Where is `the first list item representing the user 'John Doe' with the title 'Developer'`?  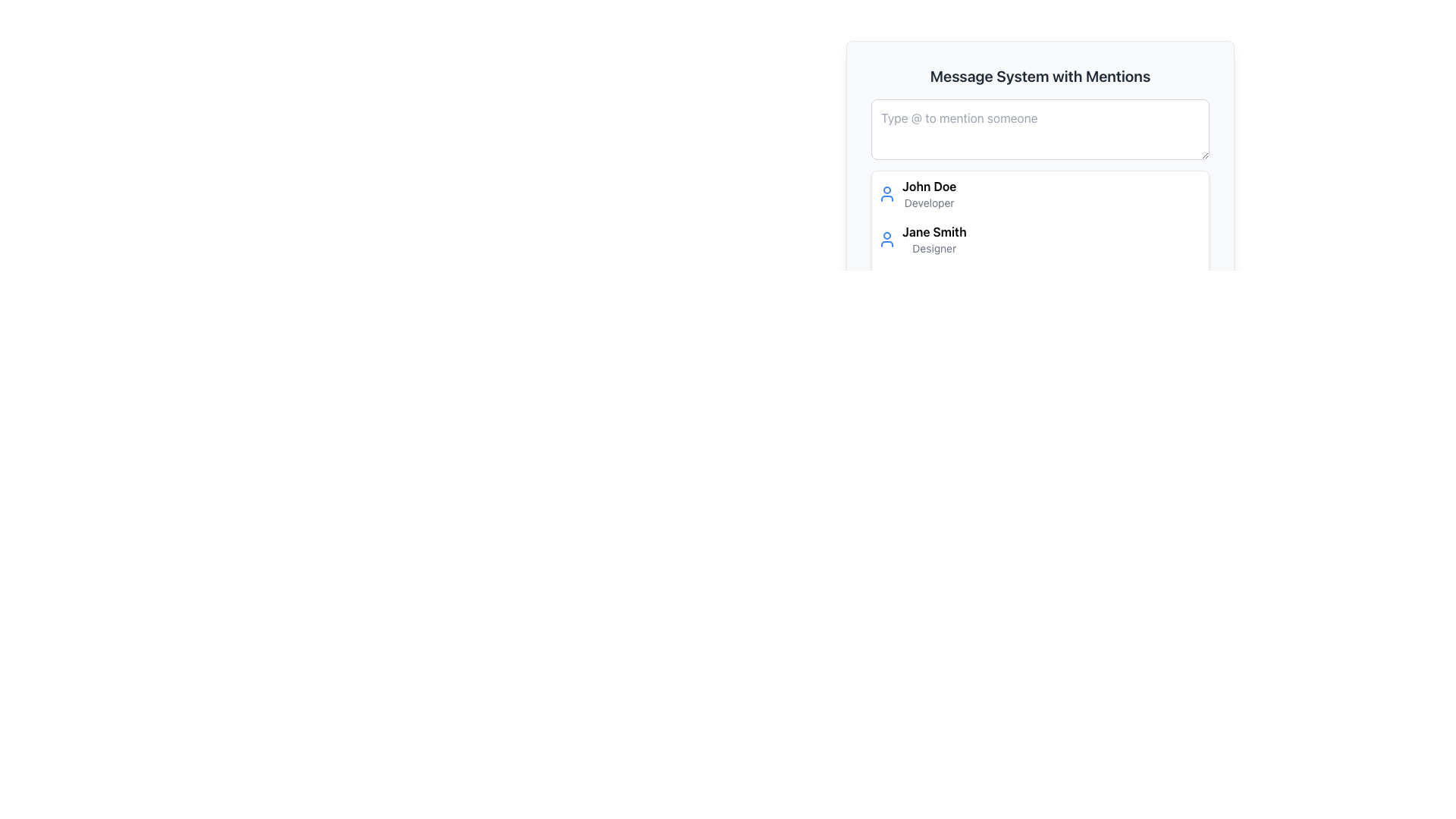
the first list item representing the user 'John Doe' with the title 'Developer' is located at coordinates (1040, 193).